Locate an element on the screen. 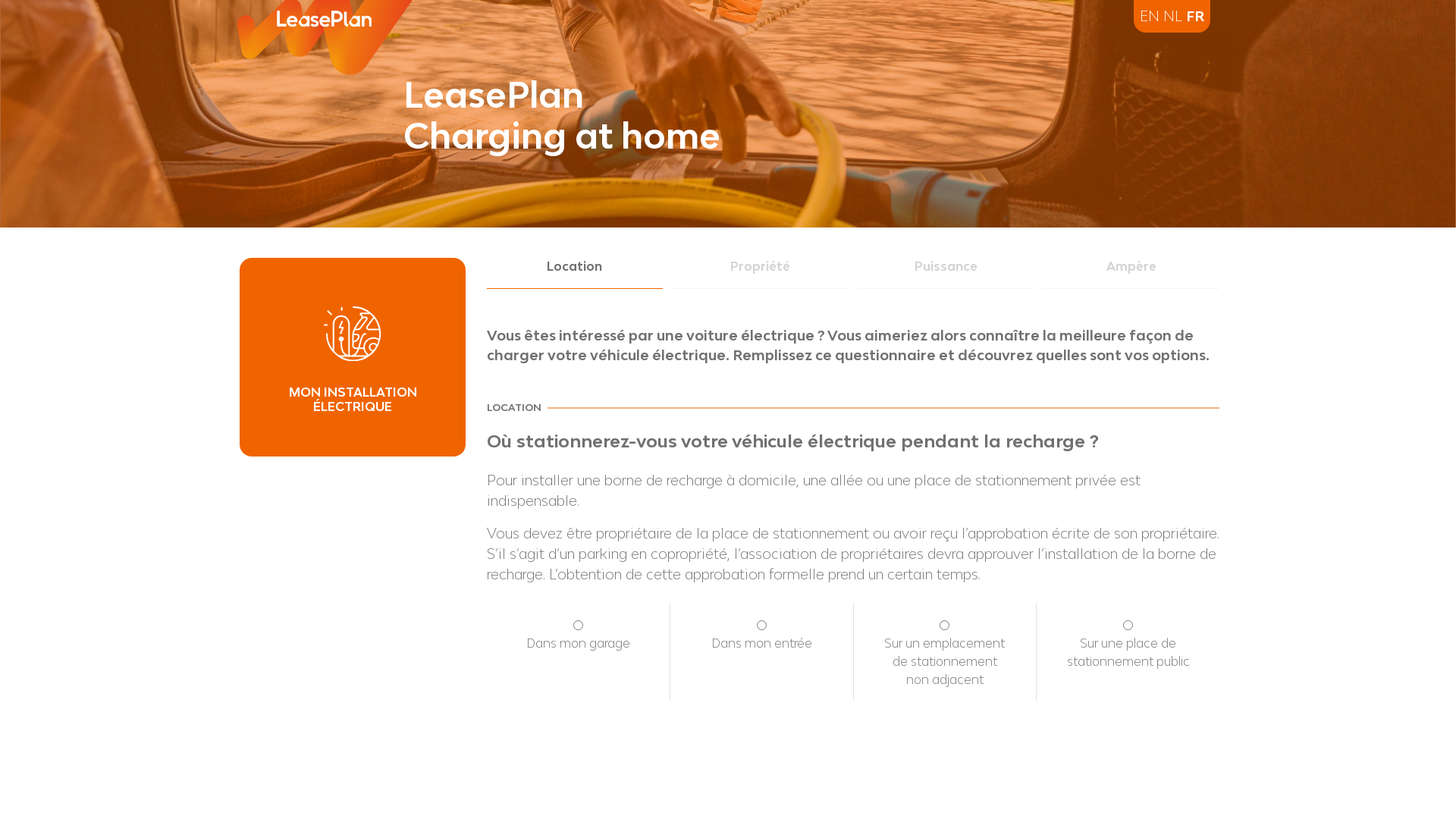  'EN' is located at coordinates (1150, 15).